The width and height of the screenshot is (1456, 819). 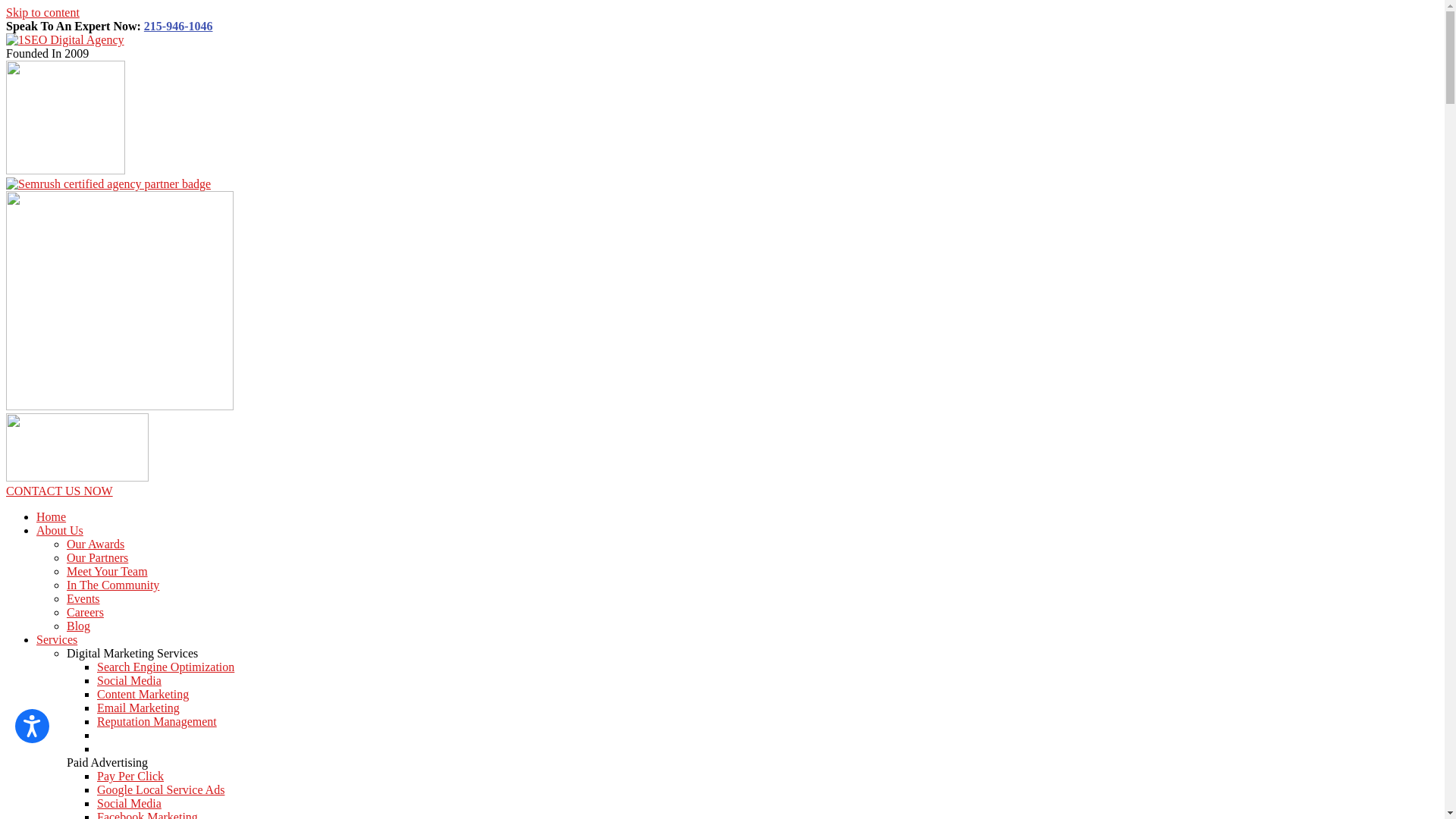 What do you see at coordinates (143, 694) in the screenshot?
I see `'Content Marketing'` at bounding box center [143, 694].